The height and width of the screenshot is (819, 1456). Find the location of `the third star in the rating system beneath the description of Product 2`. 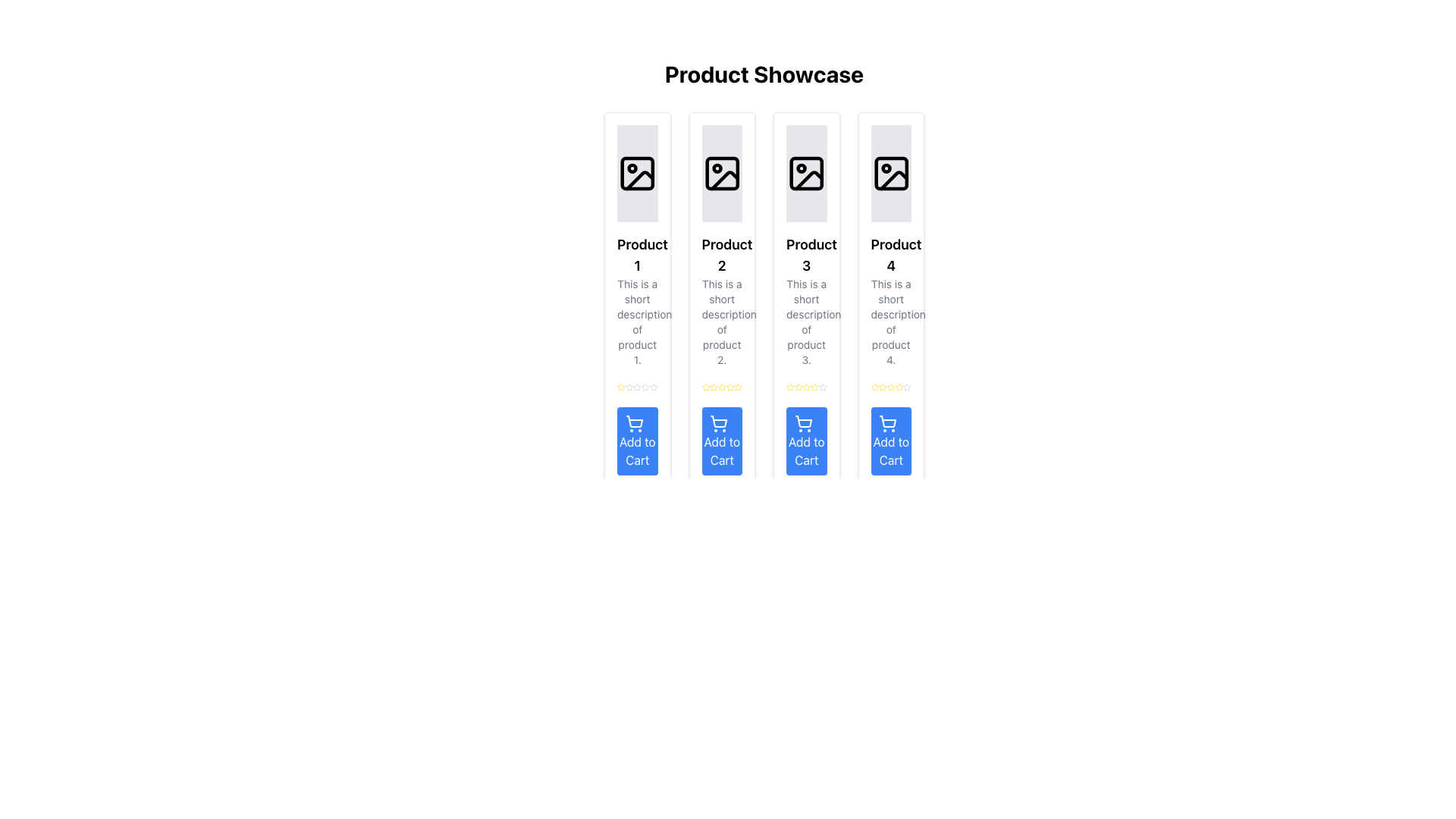

the third star in the rating system beneath the description of Product 2 is located at coordinates (721, 386).